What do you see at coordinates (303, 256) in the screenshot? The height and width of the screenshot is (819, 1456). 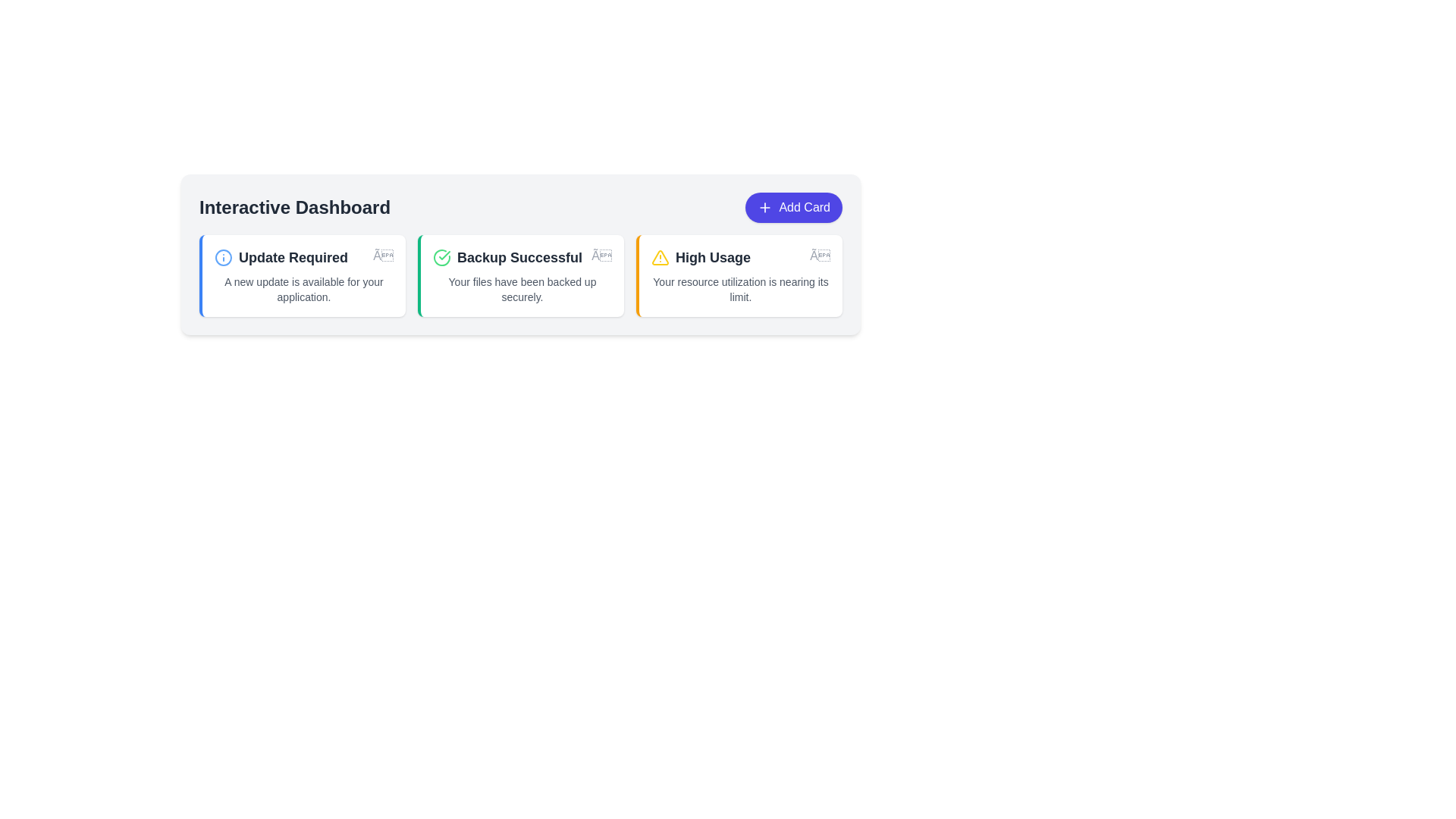 I see `text content of the heading label located at the top-left corner of the first card in the dashboard that indicates the update requirement` at bounding box center [303, 256].